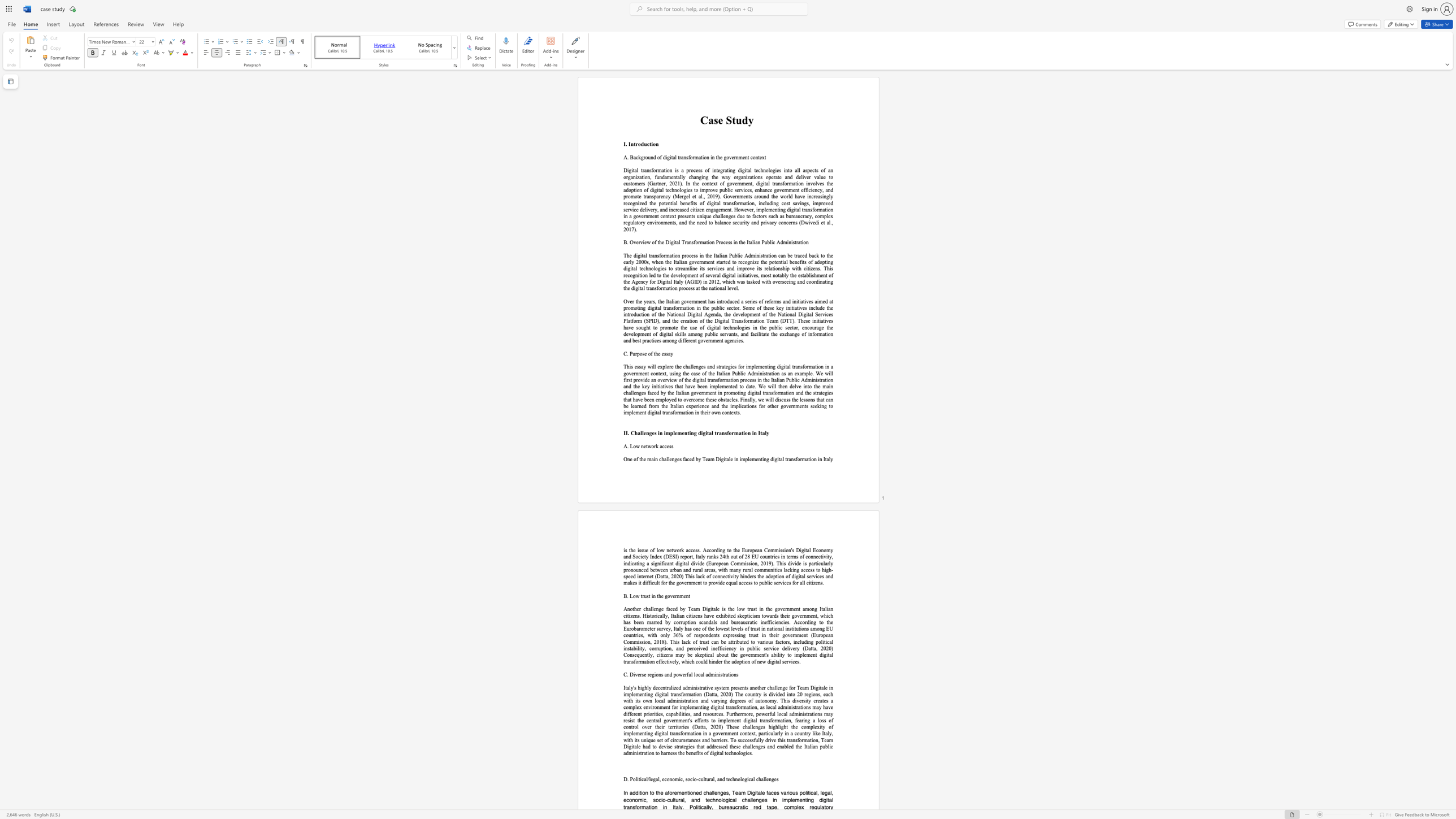  Describe the element at coordinates (643, 445) in the screenshot. I see `the subset text "etwork acces" within the text "A. Low network access"` at that location.